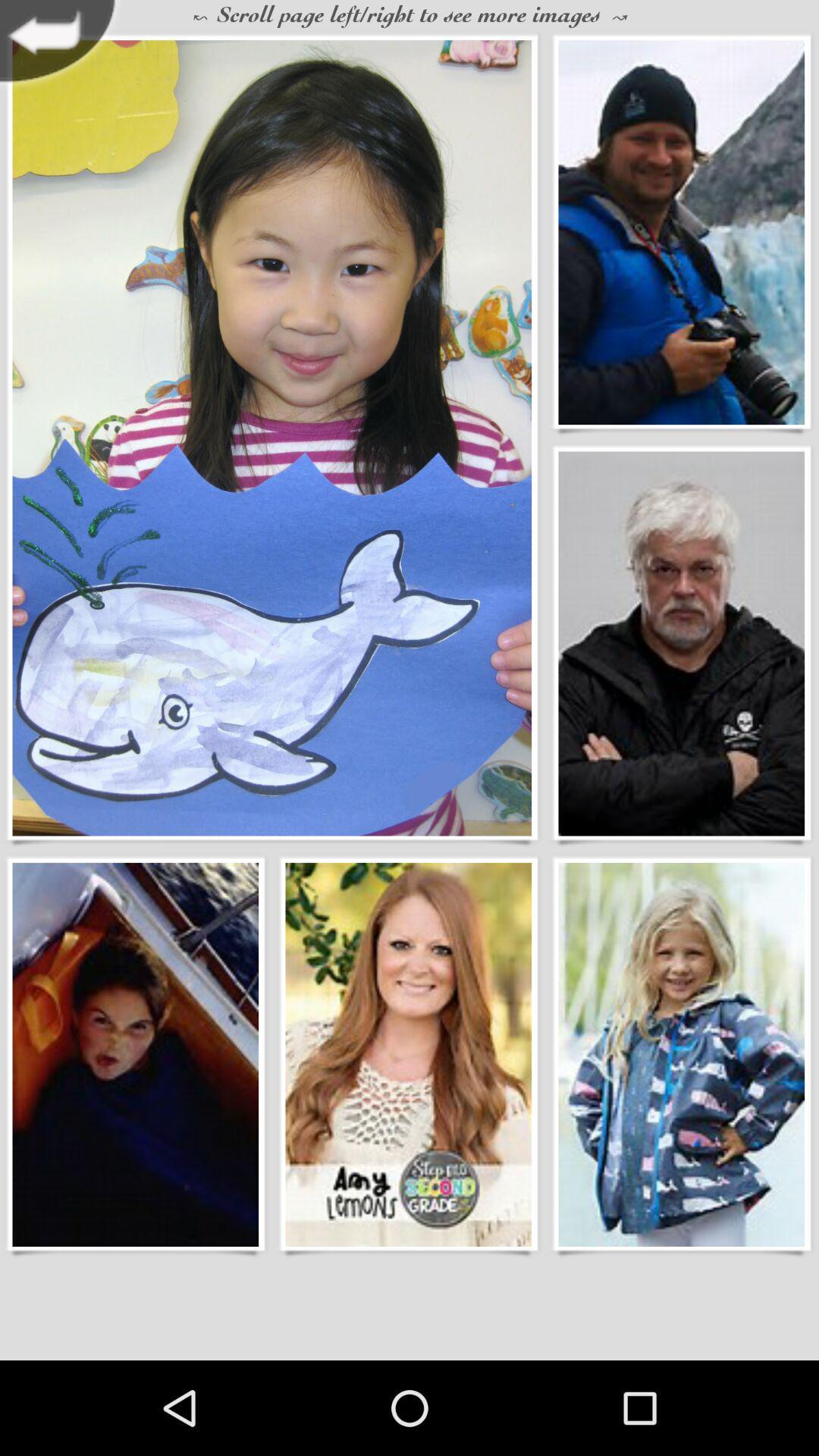 The height and width of the screenshot is (1456, 819). I want to click on go back, so click(61, 45).